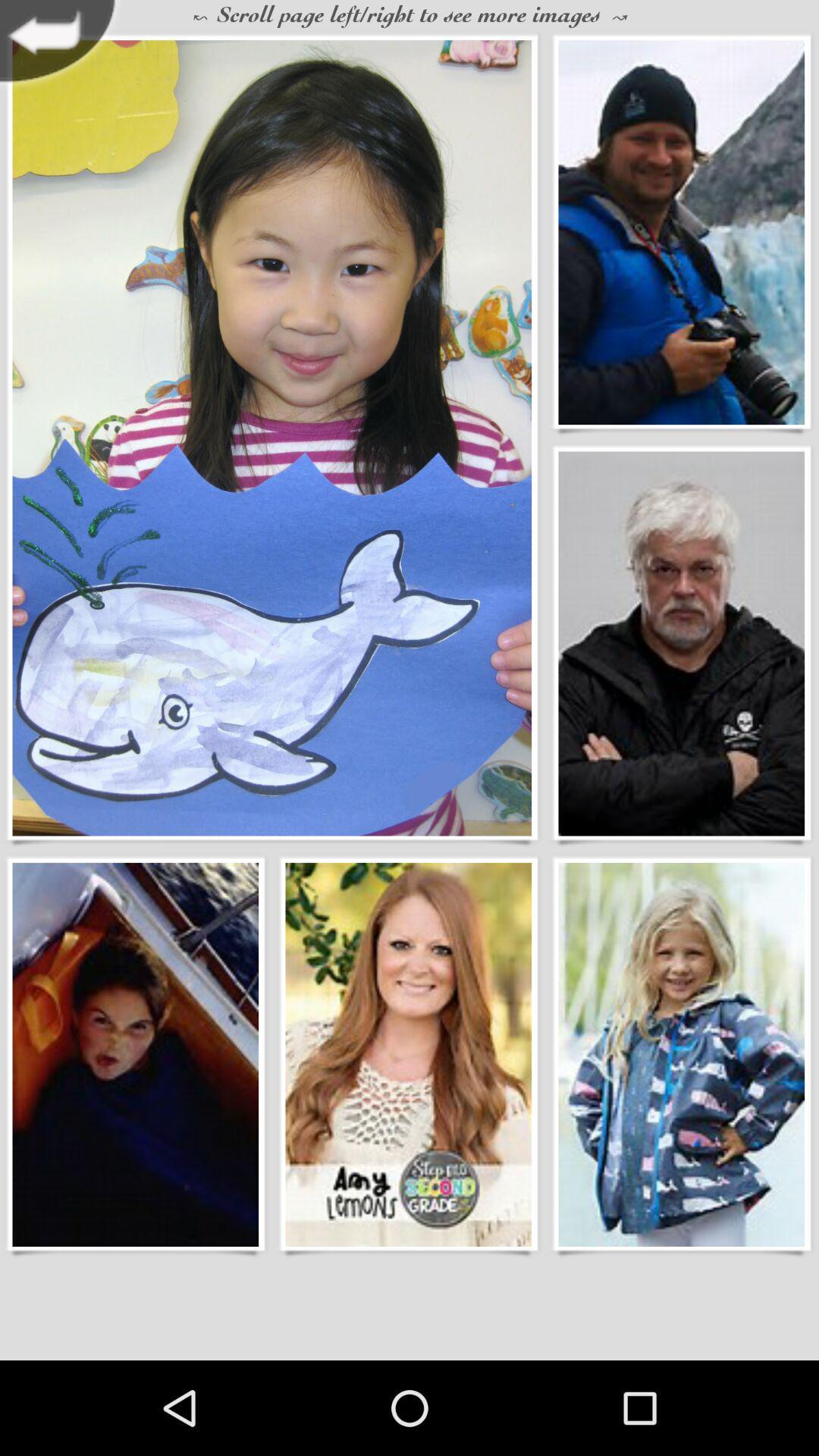 The height and width of the screenshot is (1456, 819). I want to click on go back, so click(61, 45).